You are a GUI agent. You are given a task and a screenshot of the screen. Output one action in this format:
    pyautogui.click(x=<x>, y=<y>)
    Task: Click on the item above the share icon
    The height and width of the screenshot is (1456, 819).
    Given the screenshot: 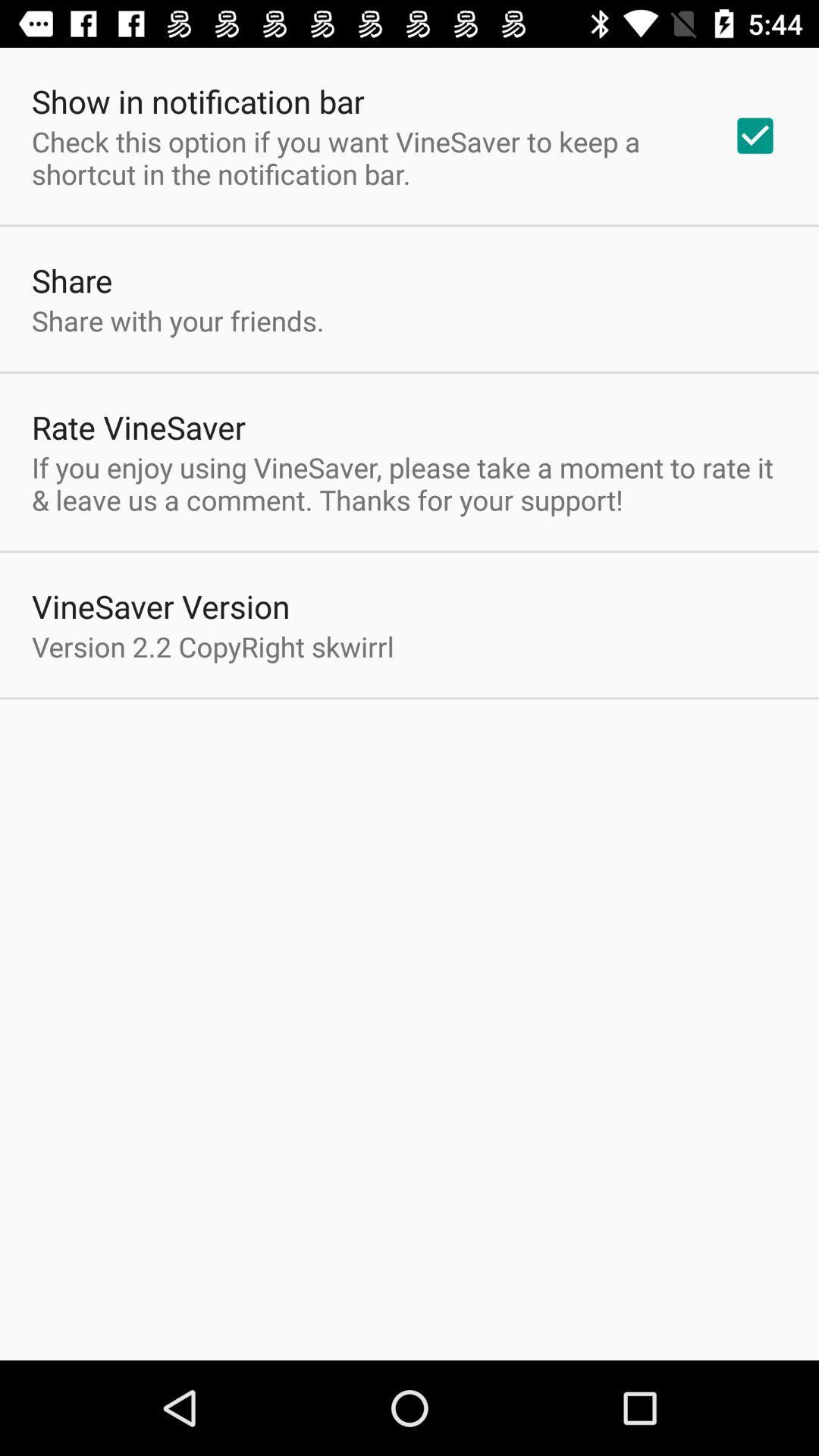 What is the action you would take?
    pyautogui.click(x=362, y=158)
    